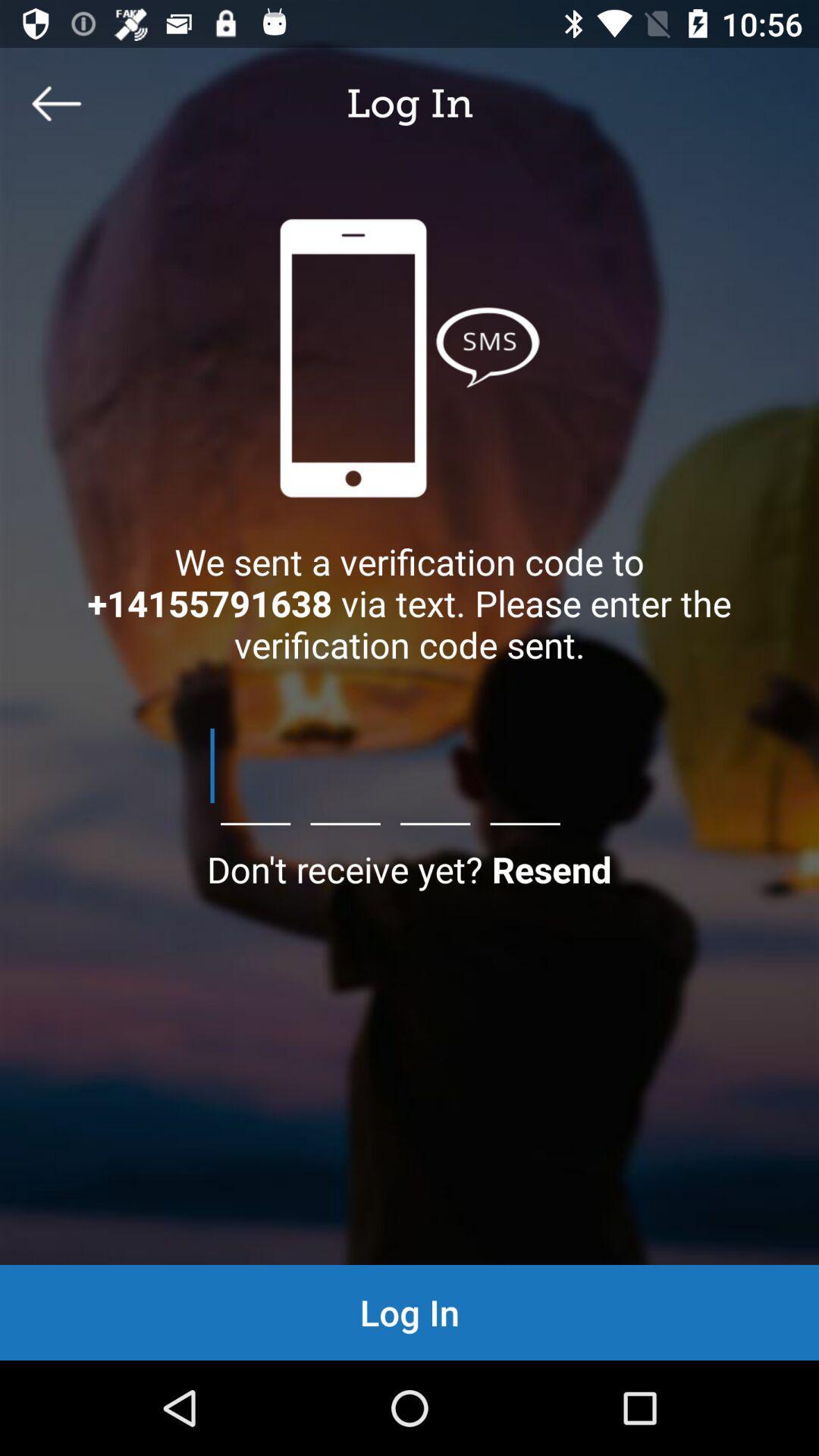  What do you see at coordinates (409, 765) in the screenshot?
I see `verification code` at bounding box center [409, 765].